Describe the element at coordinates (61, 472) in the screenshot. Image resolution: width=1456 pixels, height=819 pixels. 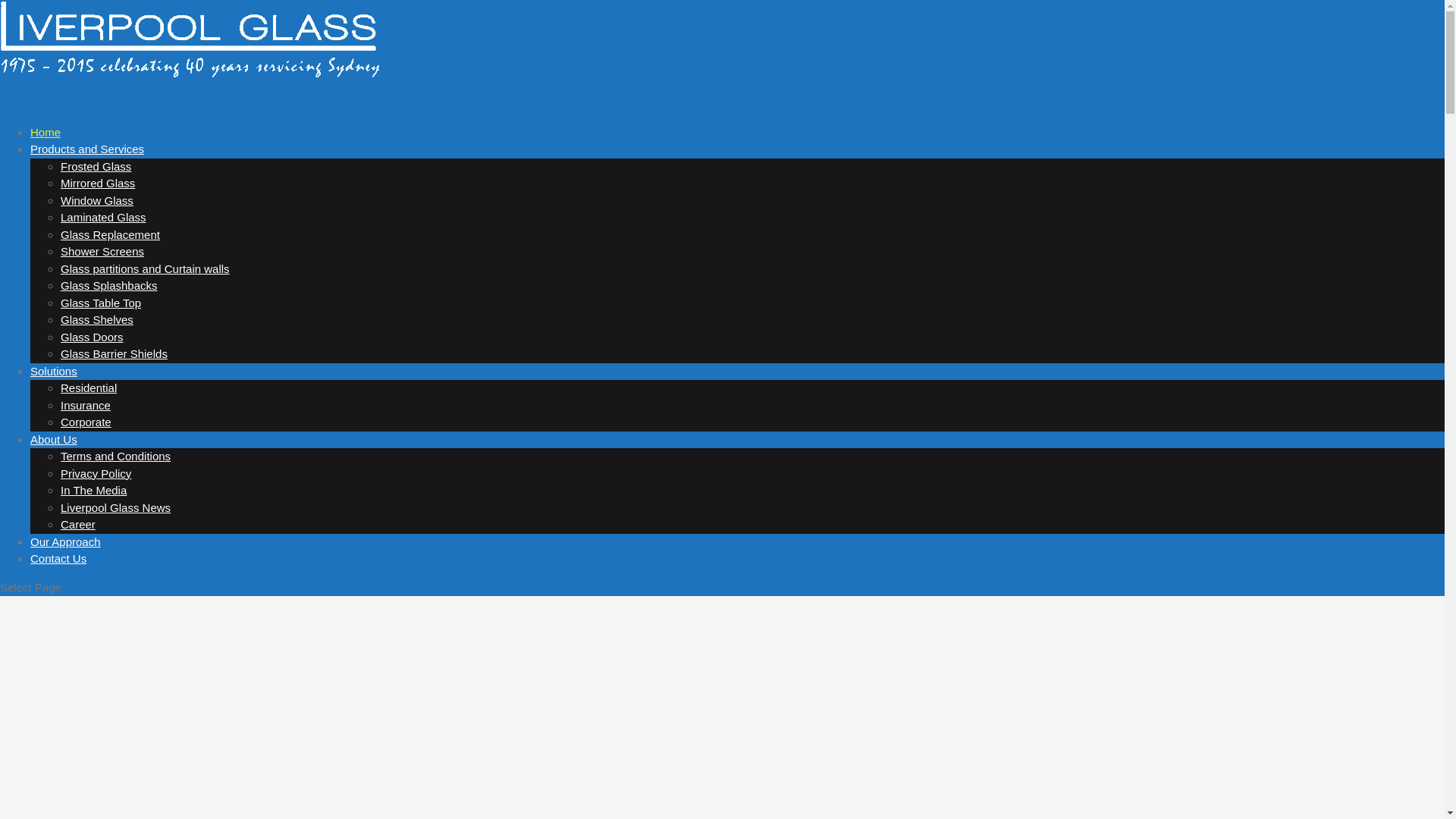
I see `'Privacy Policy'` at that location.